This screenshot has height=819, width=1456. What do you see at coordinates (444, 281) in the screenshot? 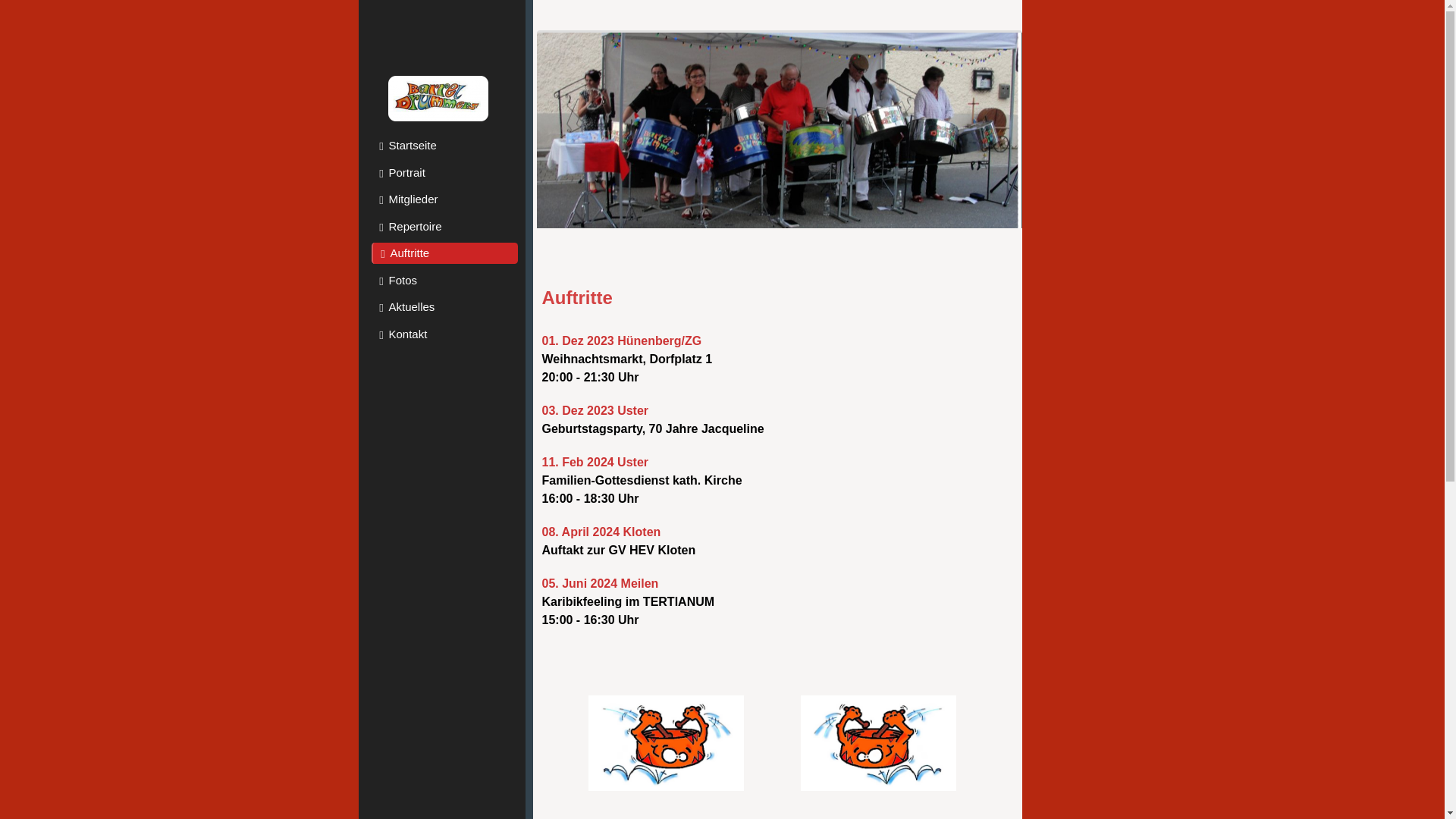
I see `'Fotos'` at bounding box center [444, 281].